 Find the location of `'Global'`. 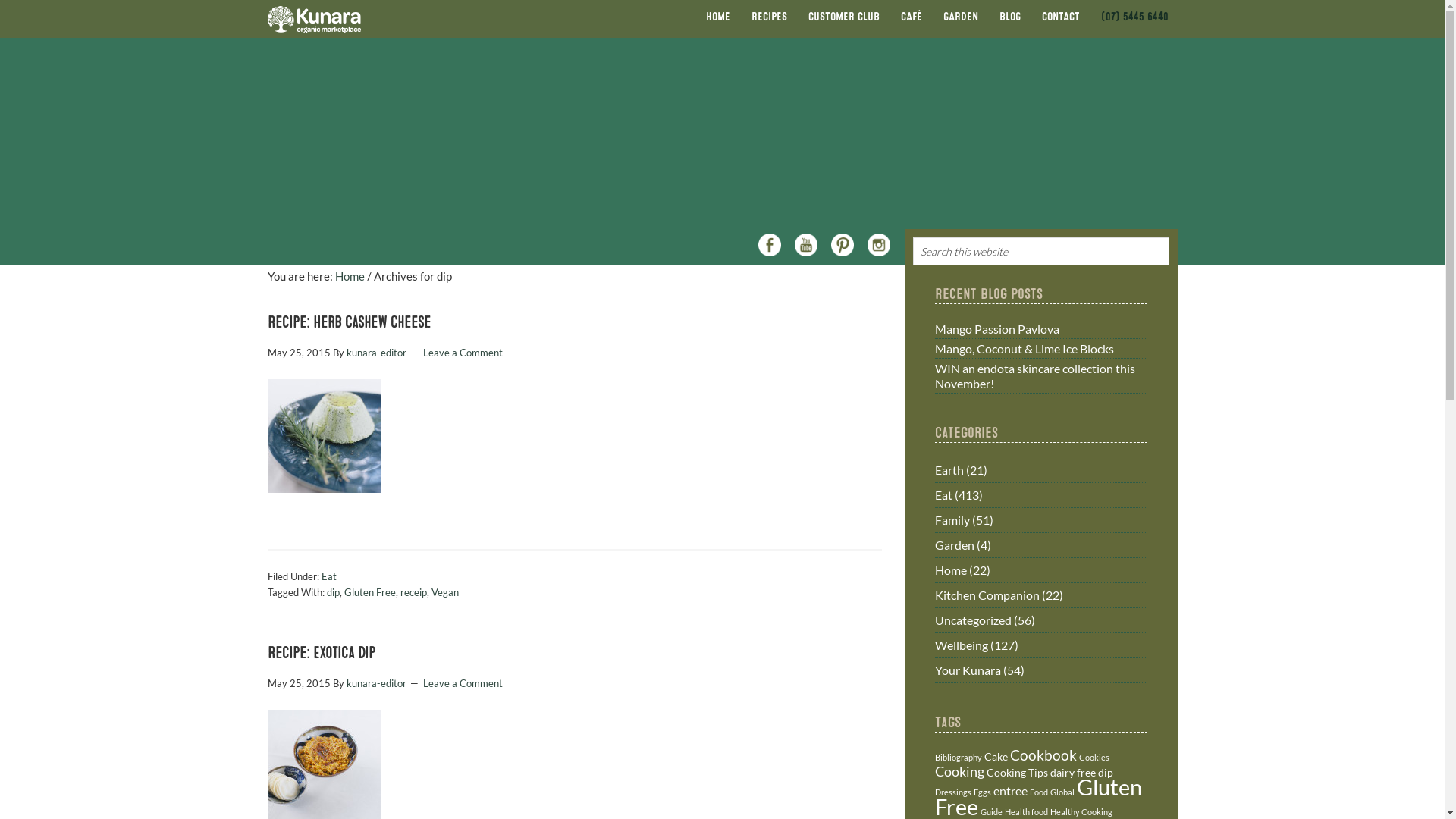

'Global' is located at coordinates (1061, 791).